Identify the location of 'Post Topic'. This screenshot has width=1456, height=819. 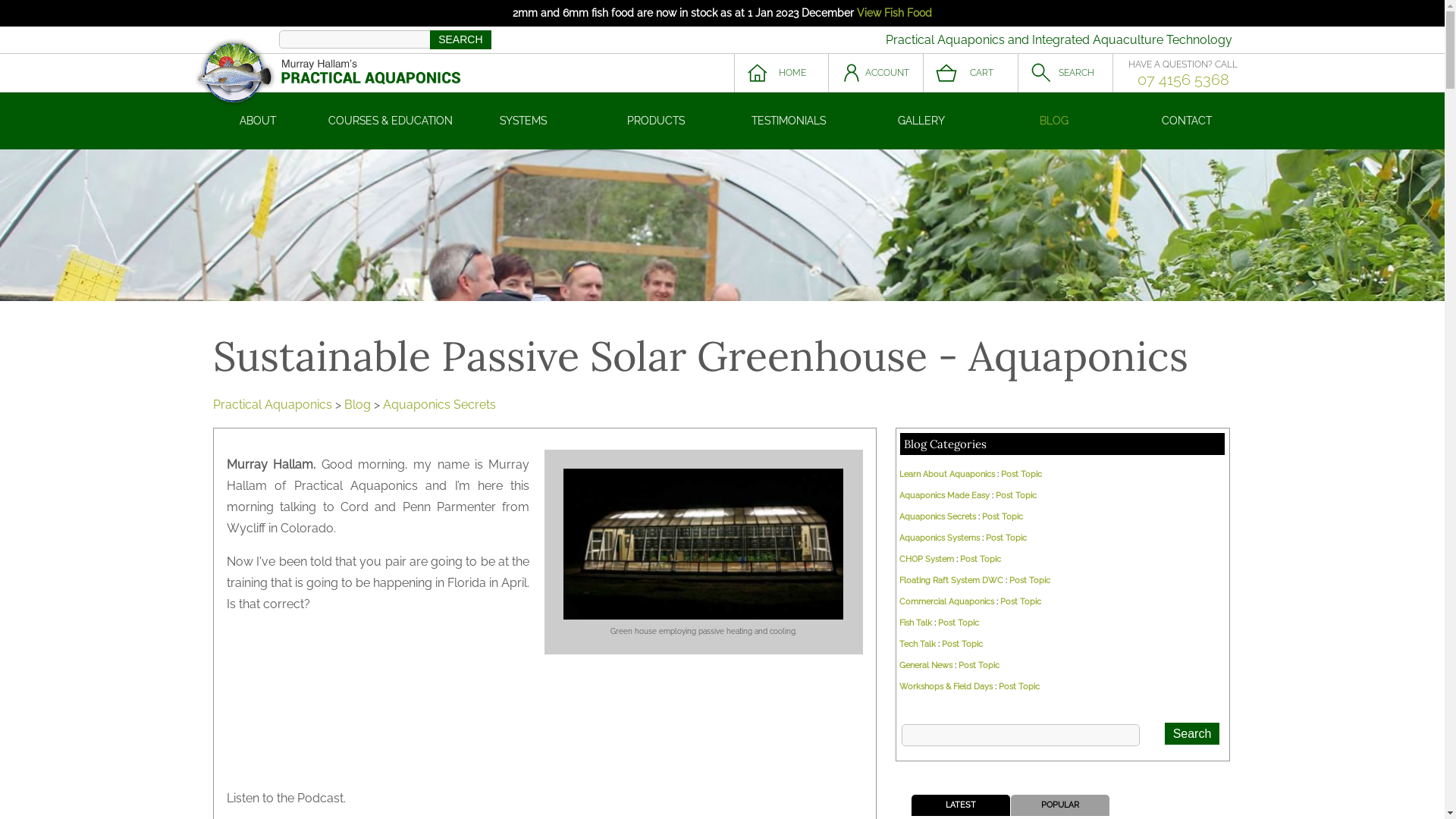
(1015, 495).